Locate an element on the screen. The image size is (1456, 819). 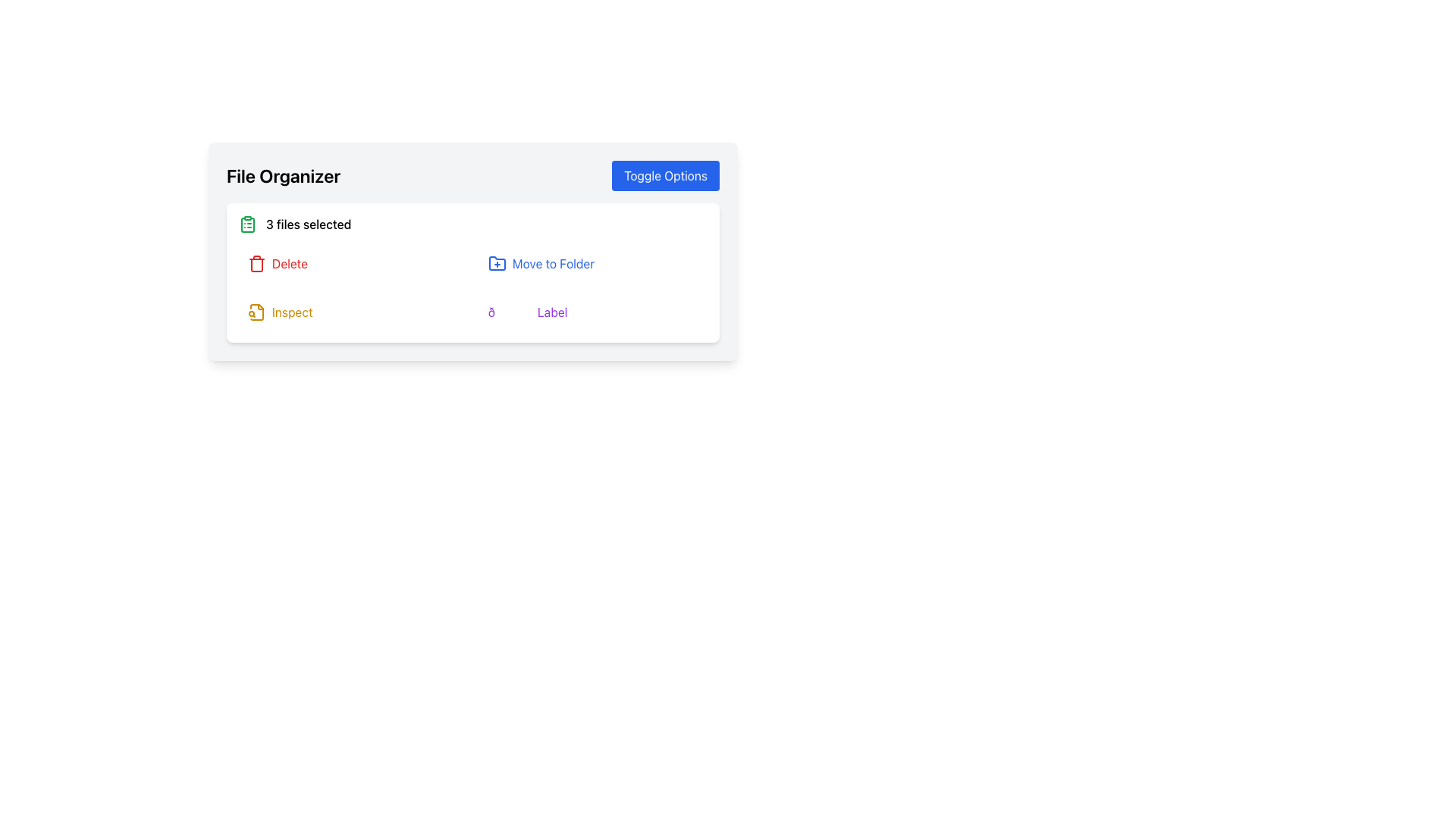
the 'Inspect' icon, which is located immediately to the left of the 'Inspect' text in the button group for inspecting files in the lower left corner of the interface is located at coordinates (257, 312).